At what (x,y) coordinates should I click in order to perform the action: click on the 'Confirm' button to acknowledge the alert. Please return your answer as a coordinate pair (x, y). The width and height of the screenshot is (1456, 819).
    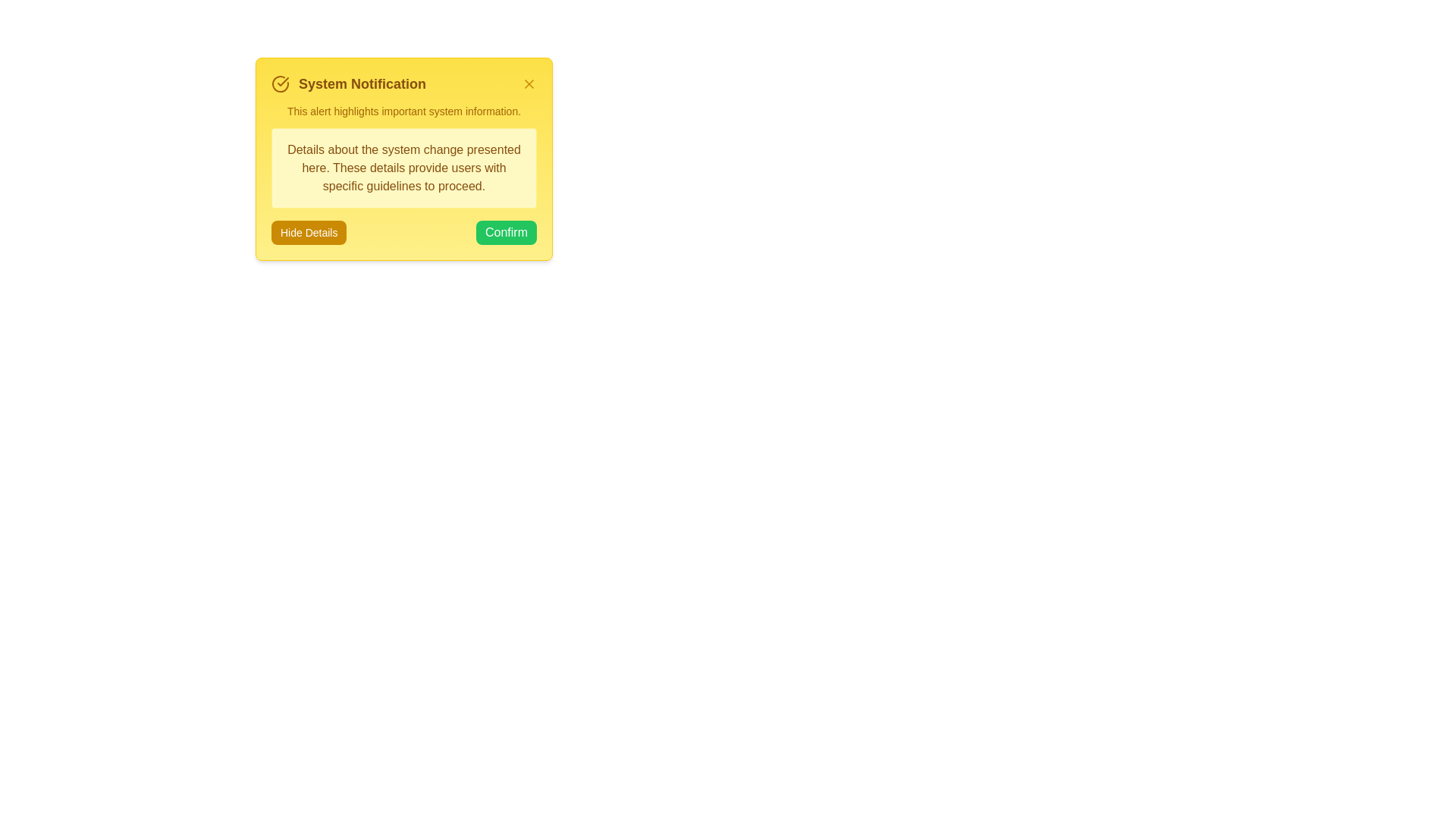
    Looking at the image, I should click on (506, 233).